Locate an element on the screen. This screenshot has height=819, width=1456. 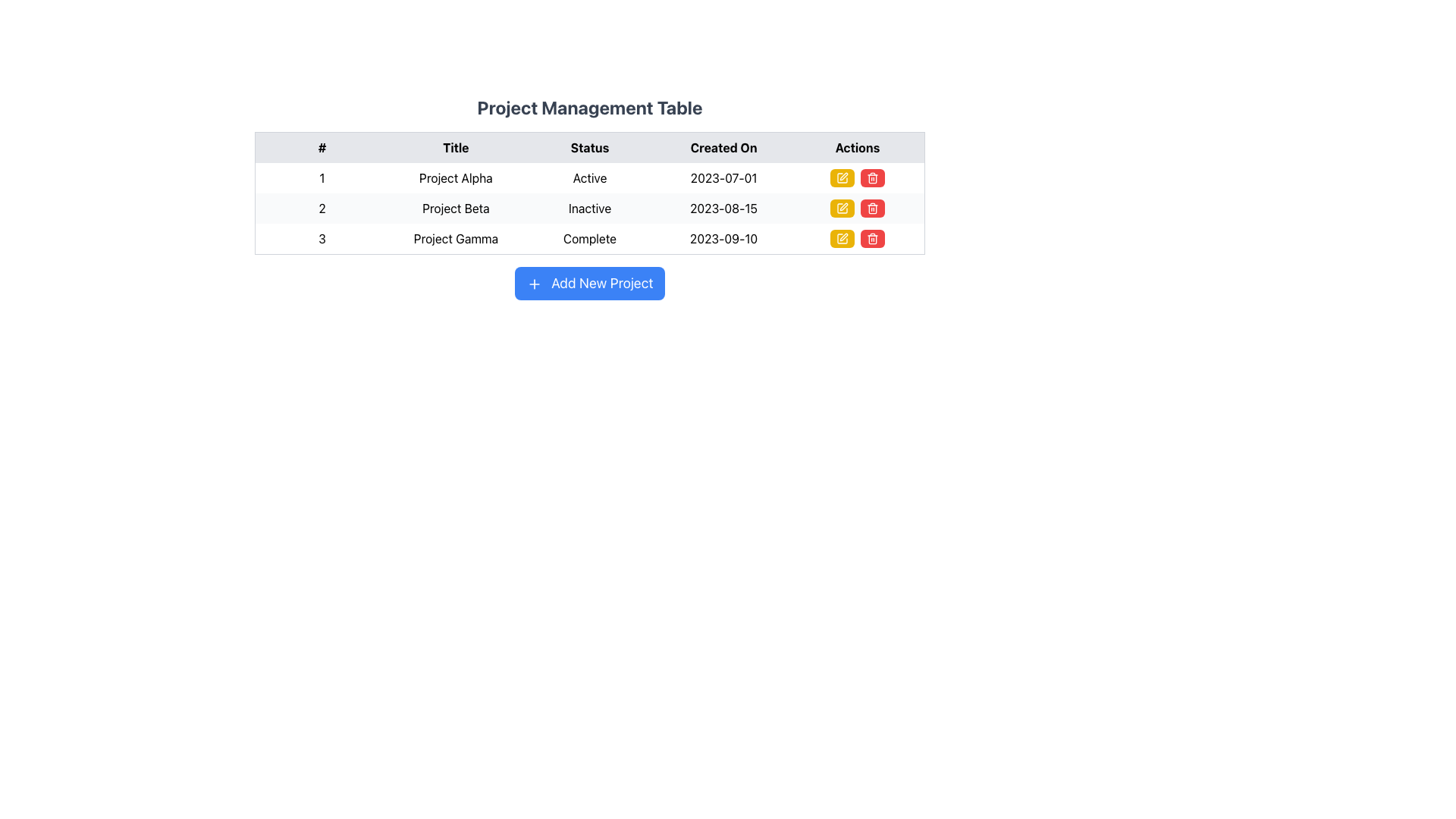
the yellow edit button within the action buttons group in the 'Project Management Table' for 'Project Alpha' is located at coordinates (857, 177).